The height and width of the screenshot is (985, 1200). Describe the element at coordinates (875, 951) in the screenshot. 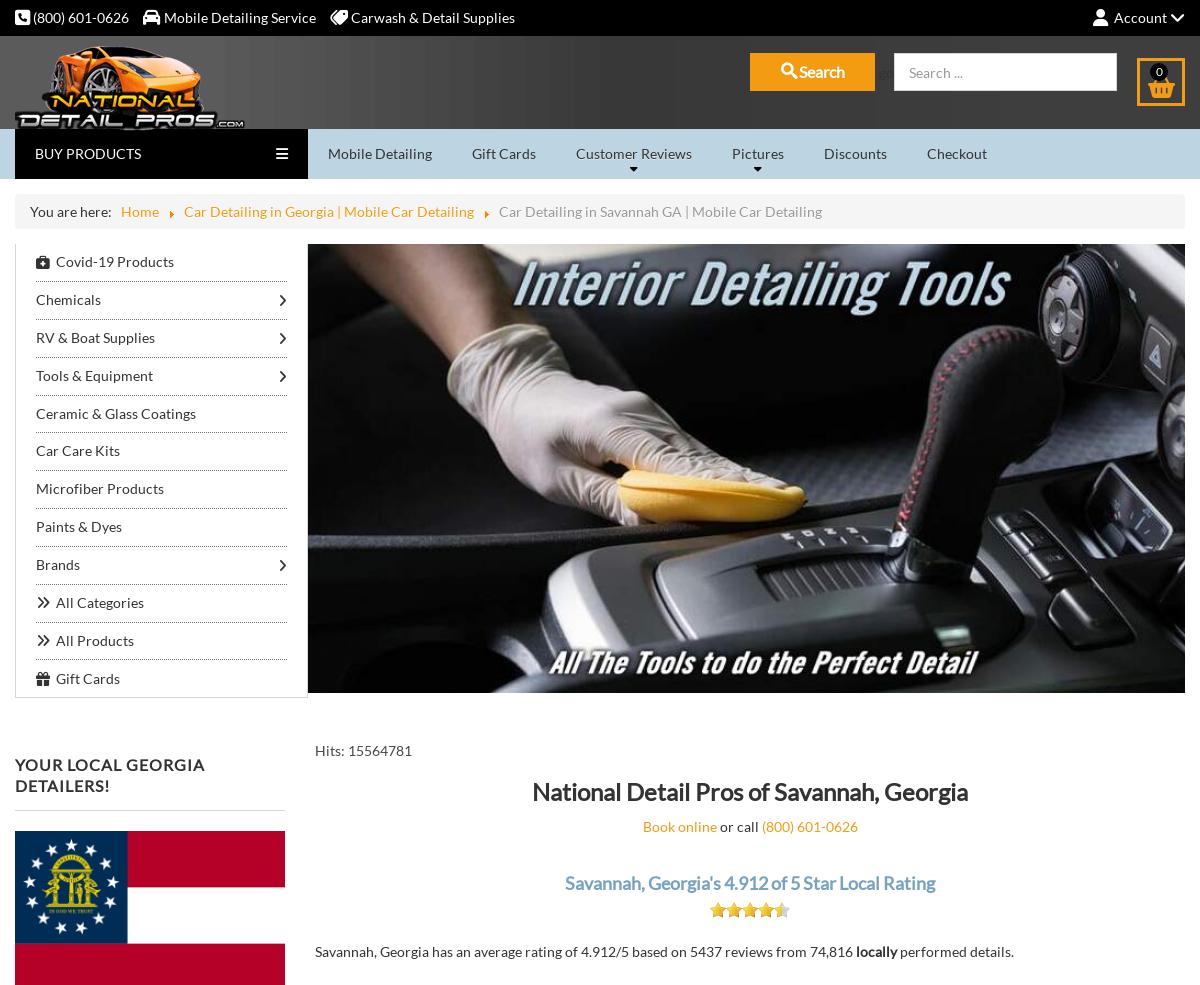

I see `'locally'` at that location.